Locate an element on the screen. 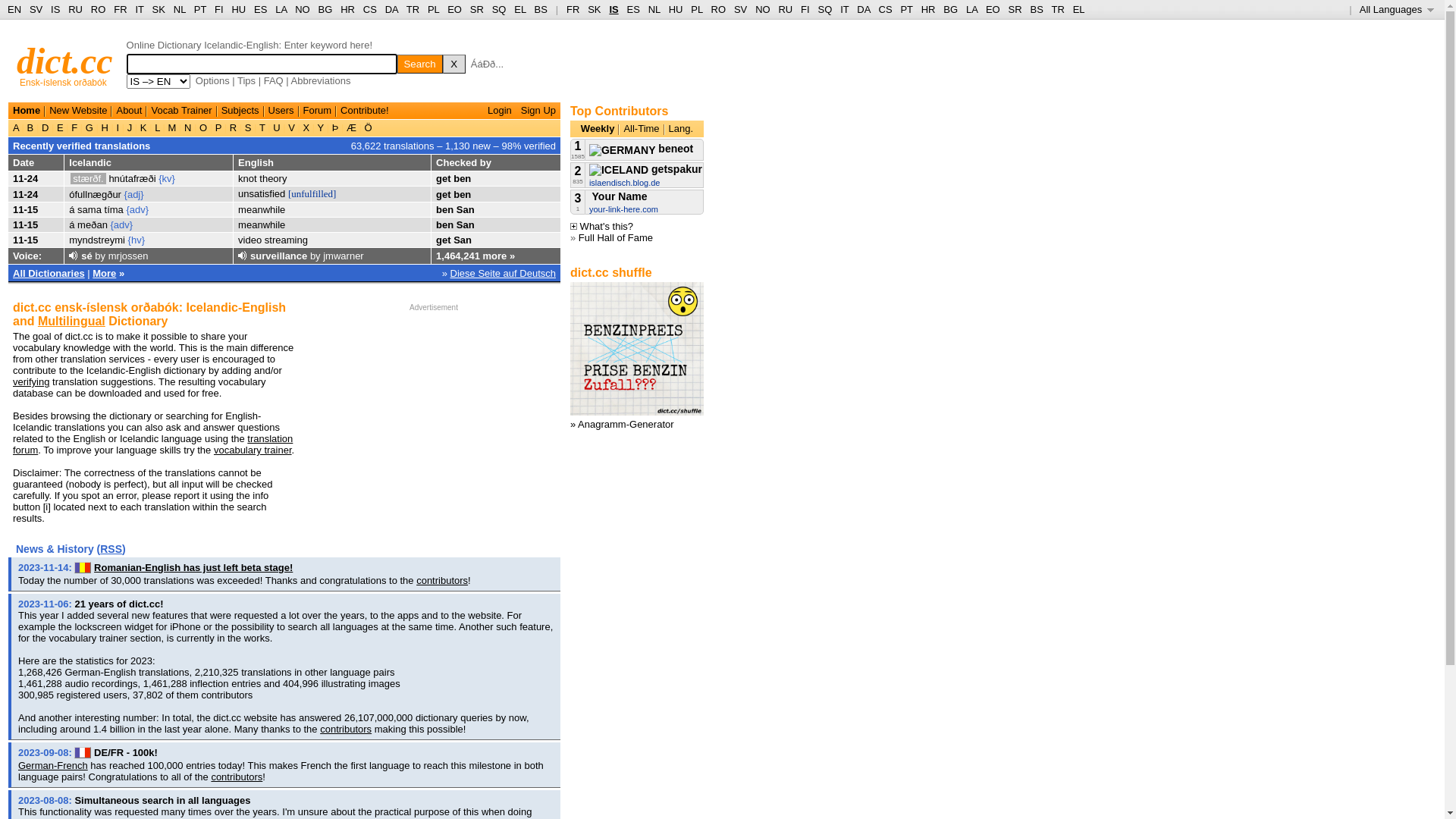  'dict.cc' is located at coordinates (64, 60).